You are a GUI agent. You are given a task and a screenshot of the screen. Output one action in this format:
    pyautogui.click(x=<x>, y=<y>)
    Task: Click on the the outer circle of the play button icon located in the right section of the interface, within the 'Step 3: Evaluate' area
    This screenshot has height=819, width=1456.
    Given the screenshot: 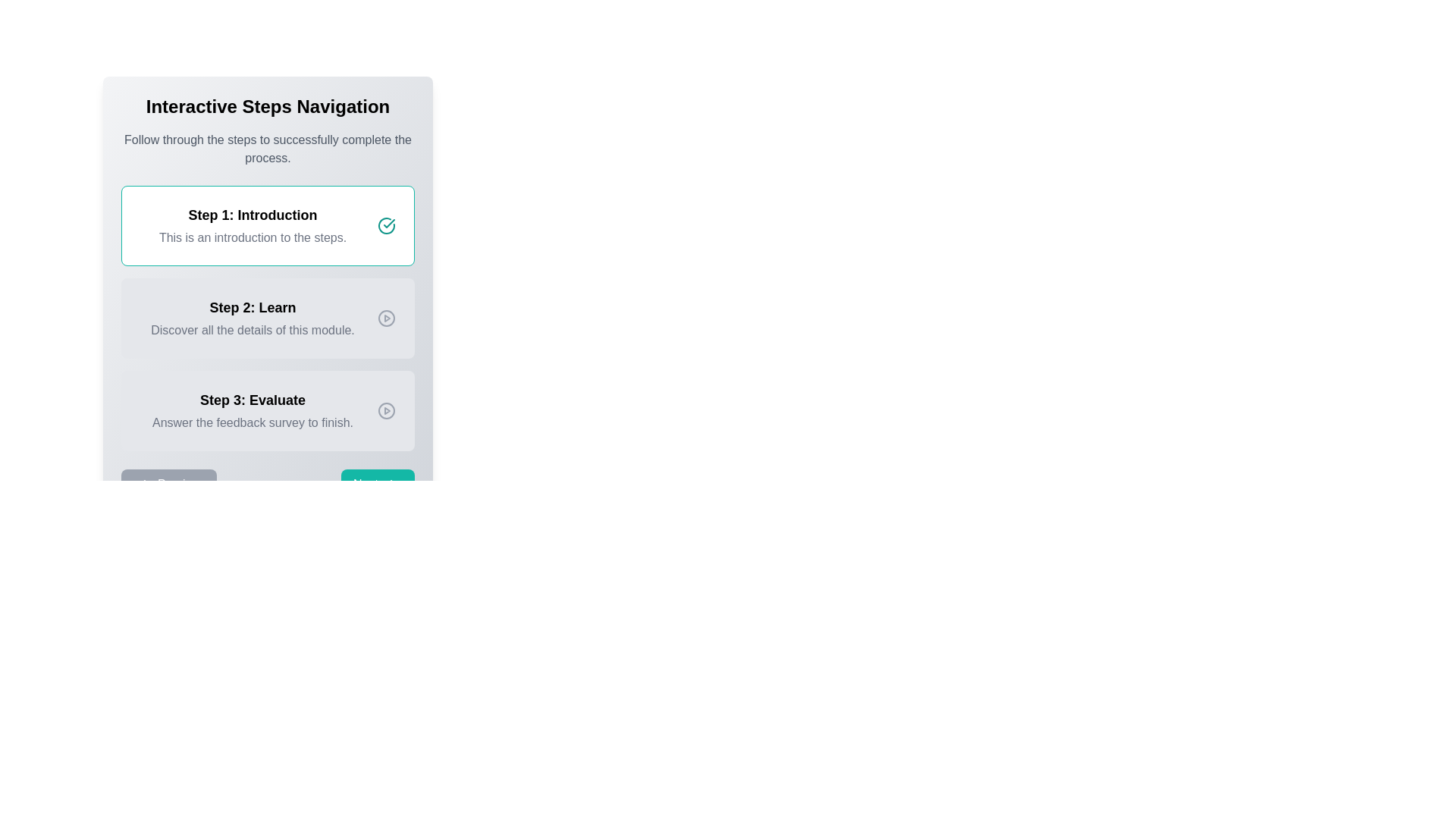 What is the action you would take?
    pyautogui.click(x=386, y=411)
    